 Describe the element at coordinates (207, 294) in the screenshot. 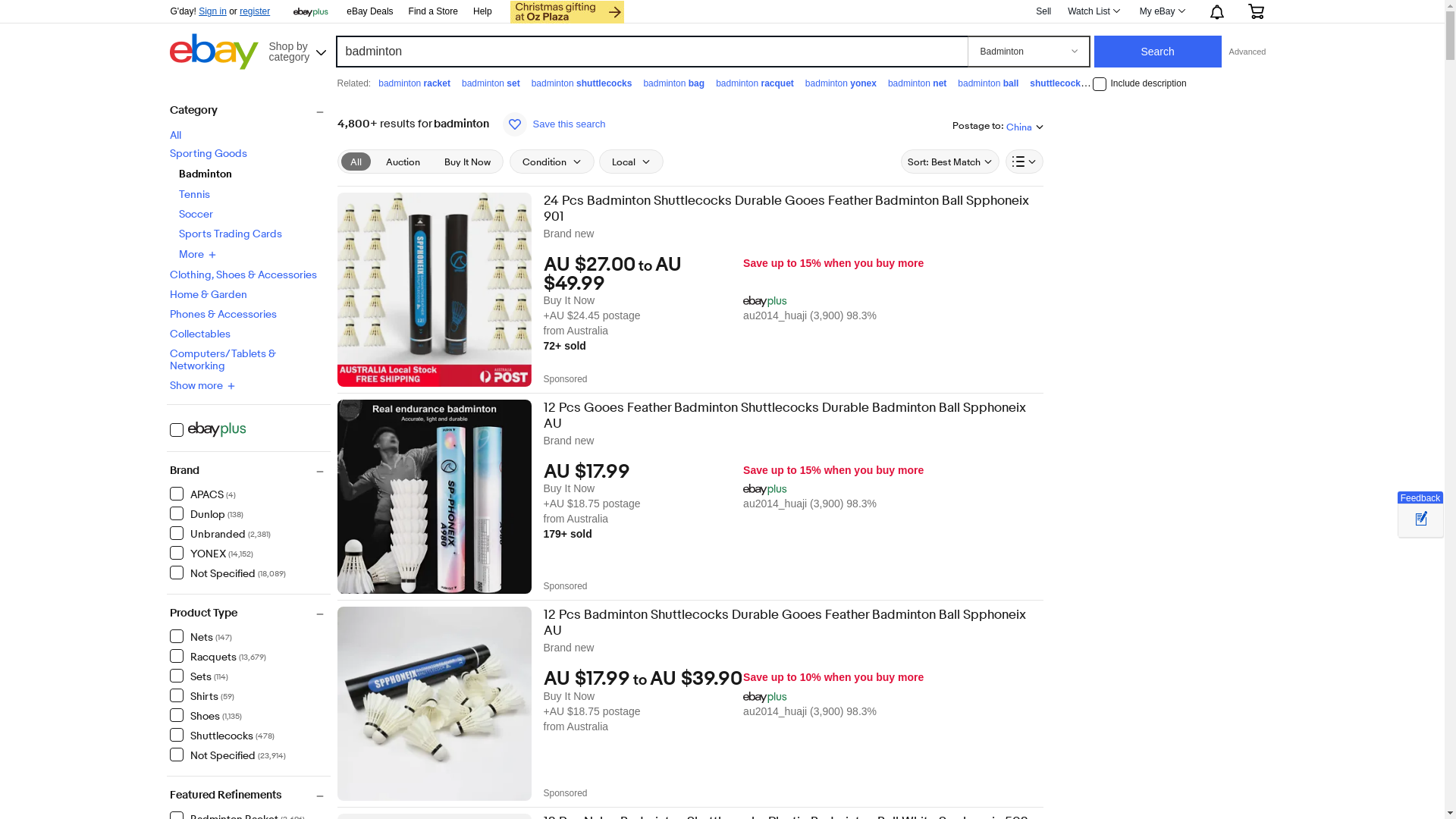

I see `'Home & Garden'` at that location.